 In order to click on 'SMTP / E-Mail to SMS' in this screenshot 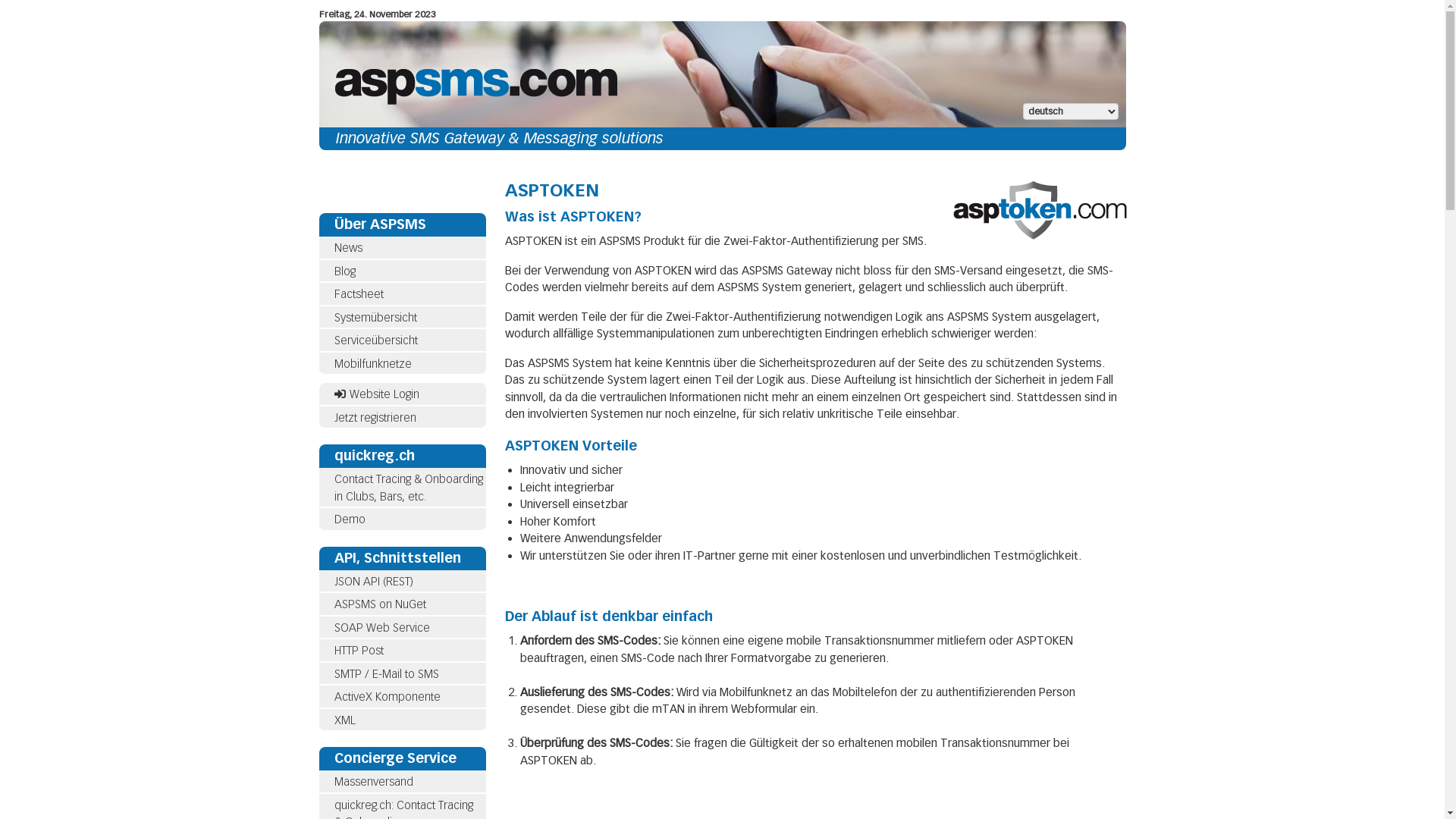, I will do `click(333, 673)`.